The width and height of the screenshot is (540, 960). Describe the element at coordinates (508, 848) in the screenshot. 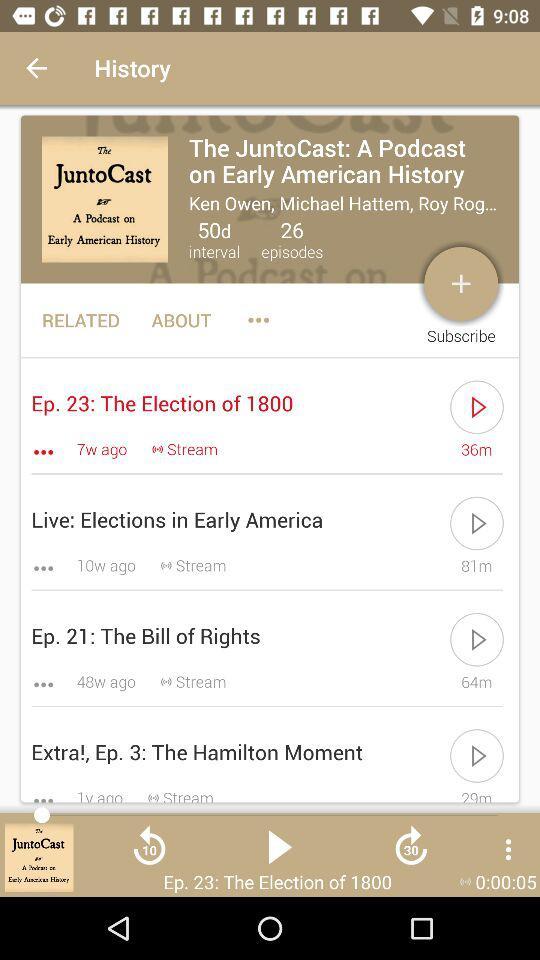

I see `the more icon` at that location.